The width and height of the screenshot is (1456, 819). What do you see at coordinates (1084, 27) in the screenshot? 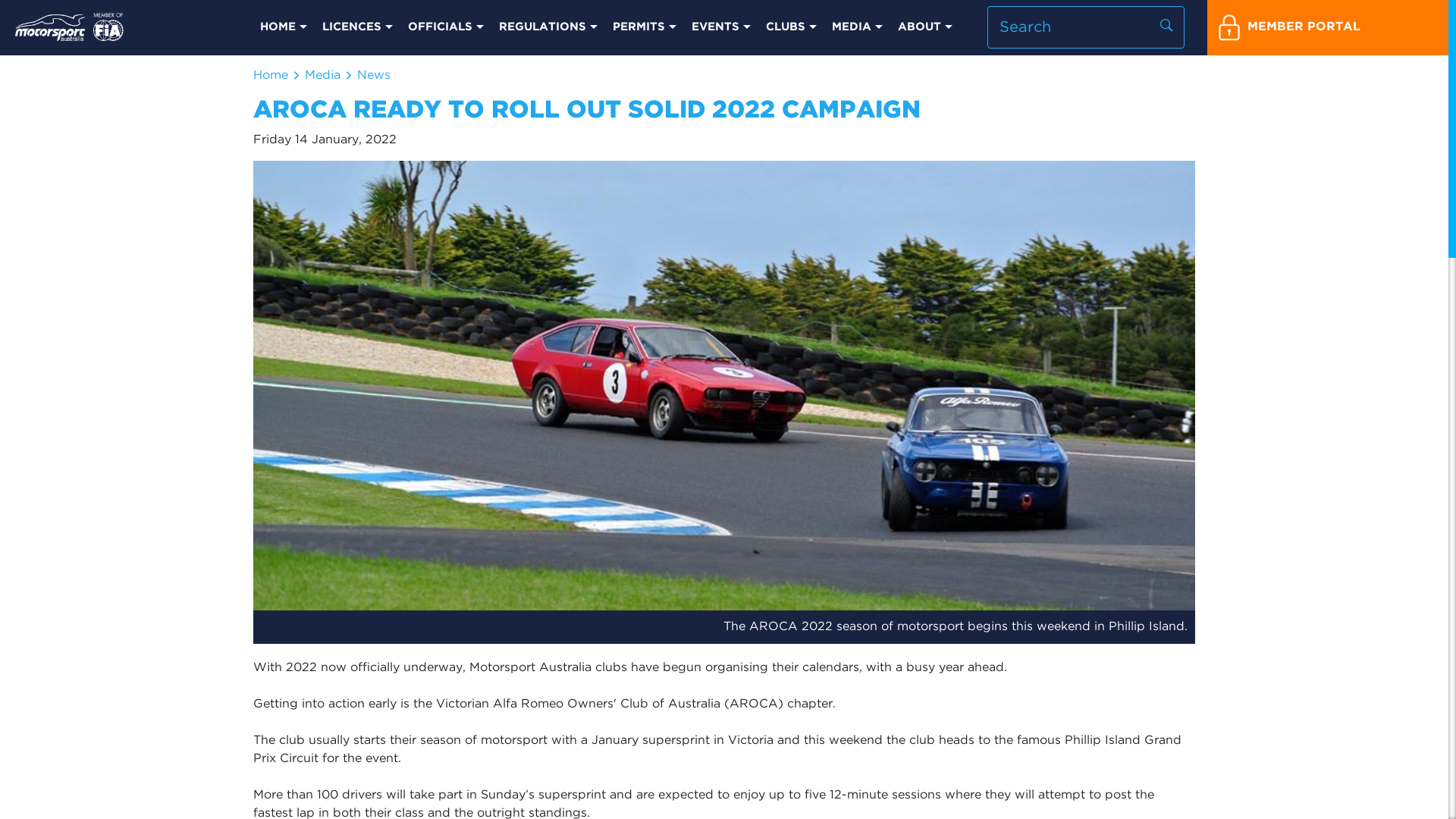
I see `'Search input'` at bounding box center [1084, 27].